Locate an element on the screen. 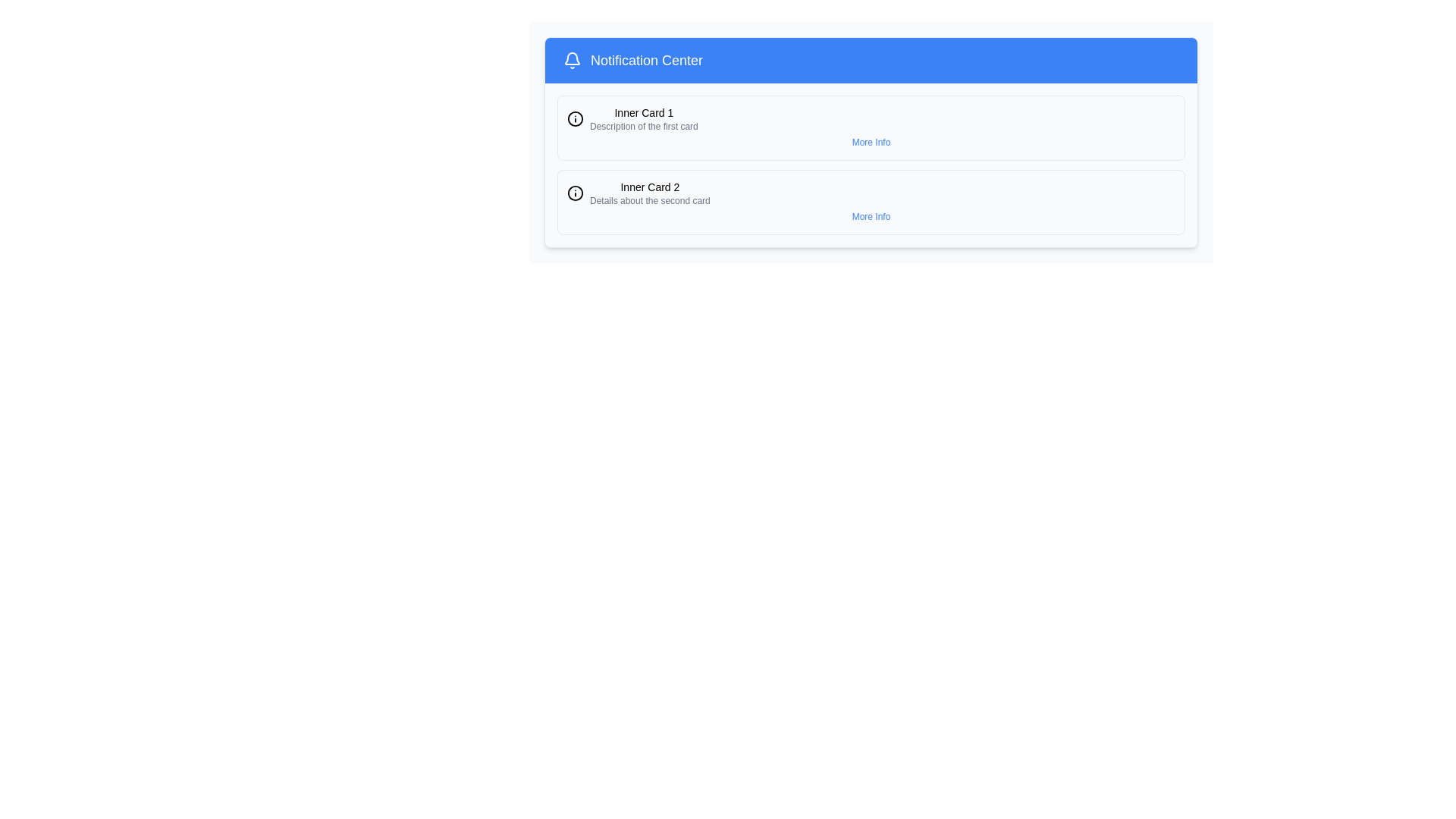 This screenshot has height=819, width=1456. the 'Notification Center' text label, which is styled with a medium-size font on a blue background, located to the right of the bell icon at the top of the interface is located at coordinates (642, 60).